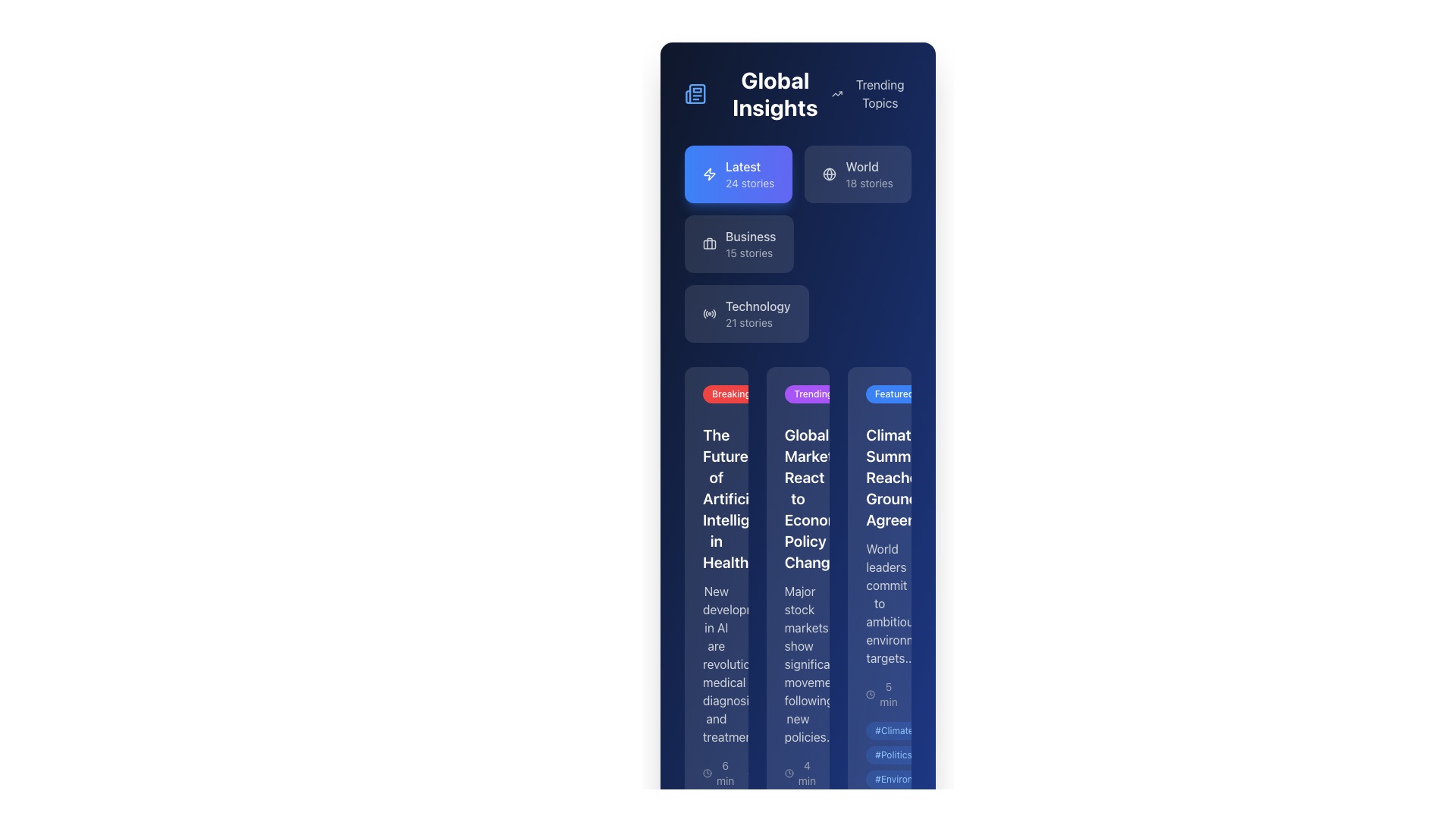 The height and width of the screenshot is (819, 1456). Describe the element at coordinates (751, 253) in the screenshot. I see `the informational text label indicating the number of stories associated with the 'Business' topic, which is located directly below the 'Business' label on the left side of the interface` at that location.